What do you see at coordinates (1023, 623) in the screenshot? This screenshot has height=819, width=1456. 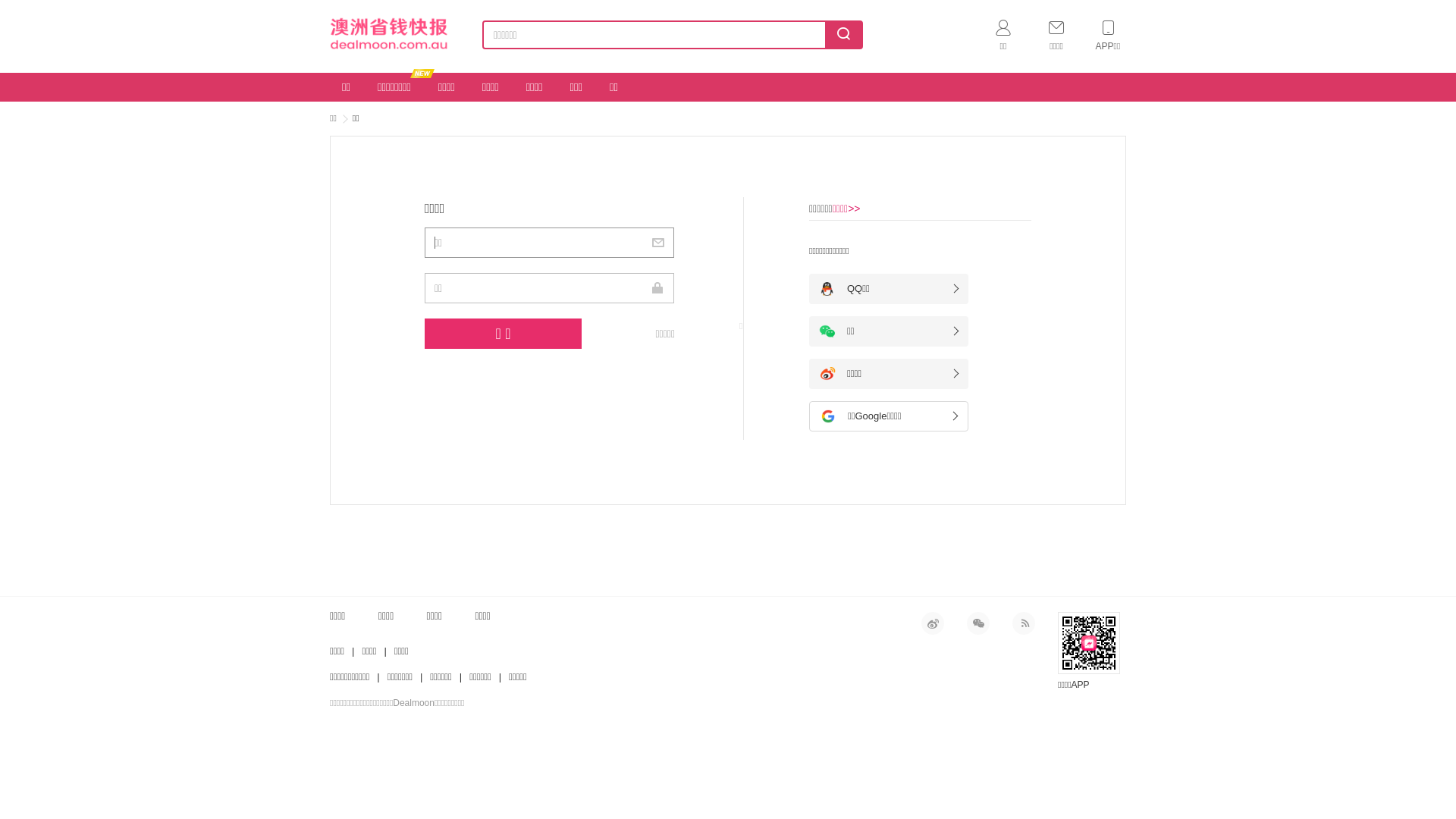 I see `'RSS'` at bounding box center [1023, 623].